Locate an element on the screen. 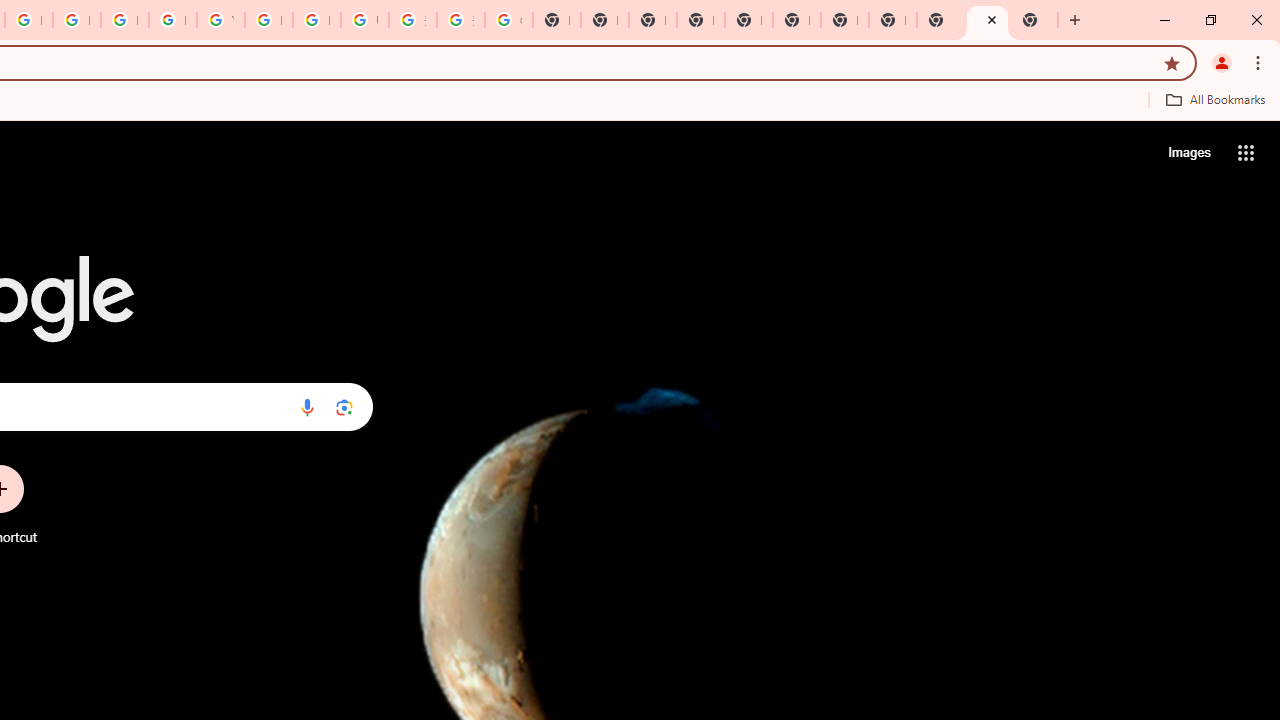  'YouTube' is located at coordinates (220, 20).